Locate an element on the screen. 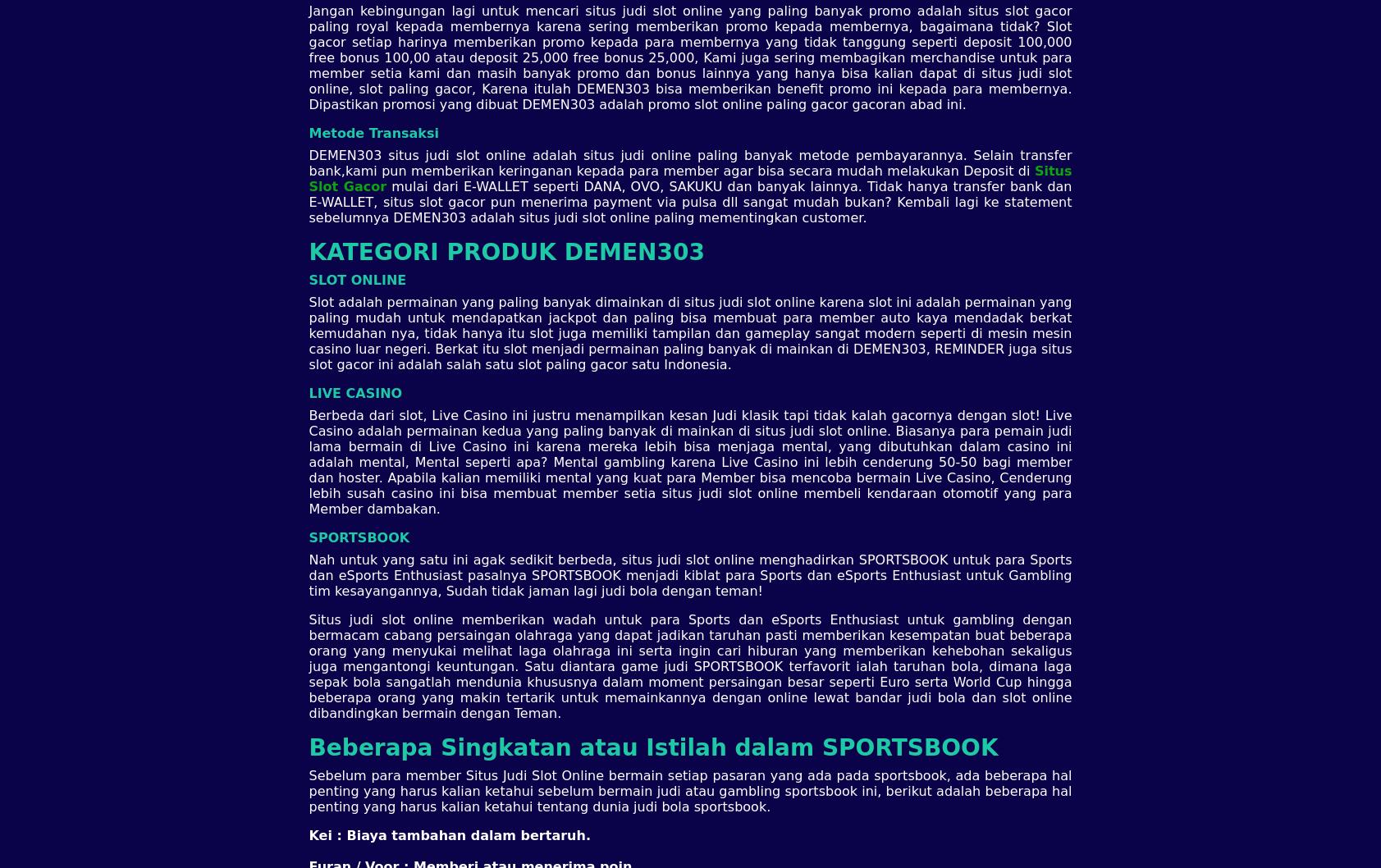 The width and height of the screenshot is (1381, 868). 'mulai dari E-WALLET seperti DANA, OVO, SAKUKU dan banyak lainnya. Tidak hanya transfer bank dan E-WALLET, situs slot gacor pun menerima payment via pulsa dll sangat mudah bukan? Kembali lagi ke statement sebelumnya DEMEN303 adalah situs judi slot online paling mementingkan customer.' is located at coordinates (688, 201).